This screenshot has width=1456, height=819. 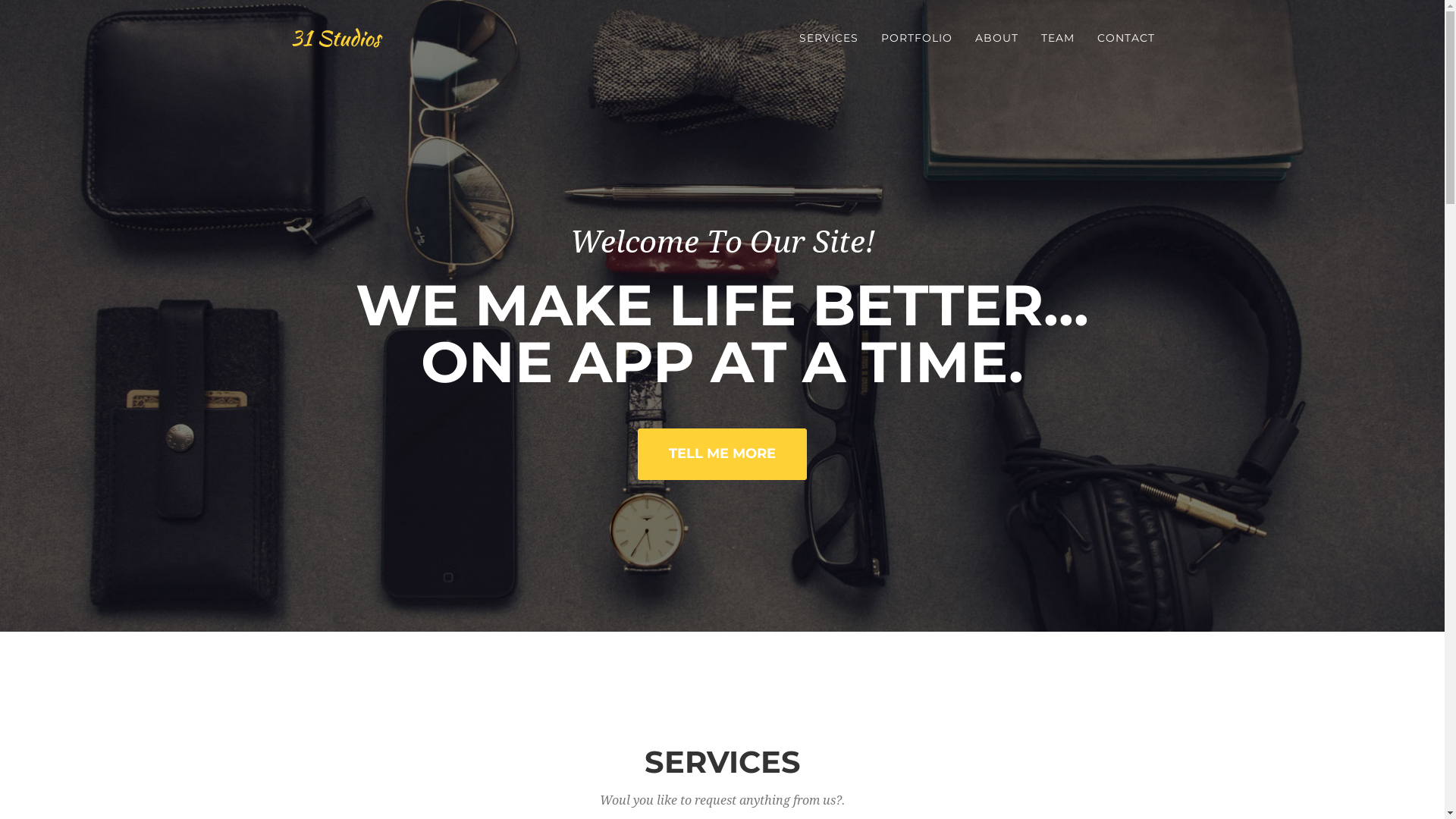 What do you see at coordinates (334, 37) in the screenshot?
I see `'31 Studios'` at bounding box center [334, 37].